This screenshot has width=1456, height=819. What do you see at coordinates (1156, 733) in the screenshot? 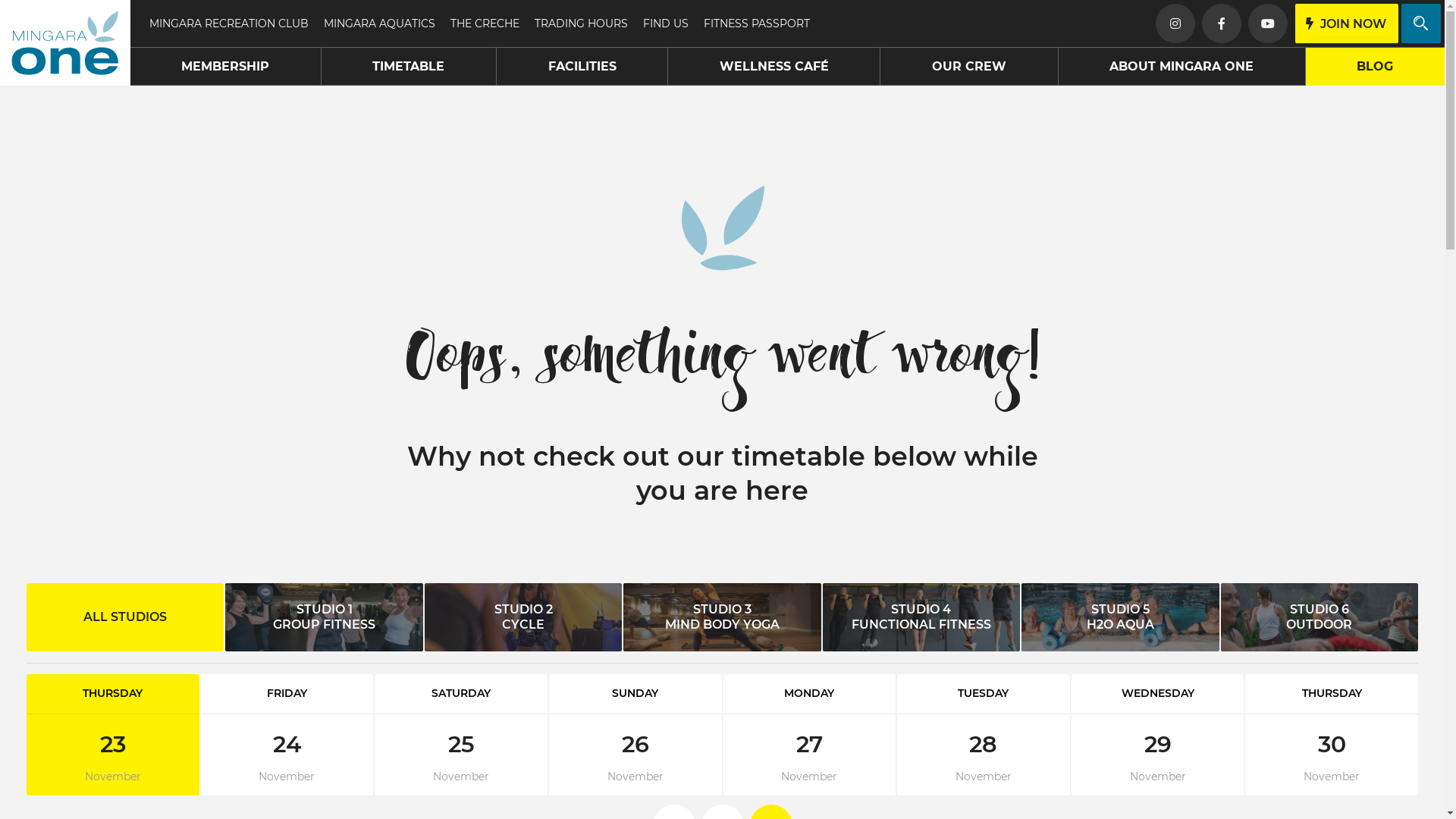
I see `'WEDNESDAY` at bounding box center [1156, 733].